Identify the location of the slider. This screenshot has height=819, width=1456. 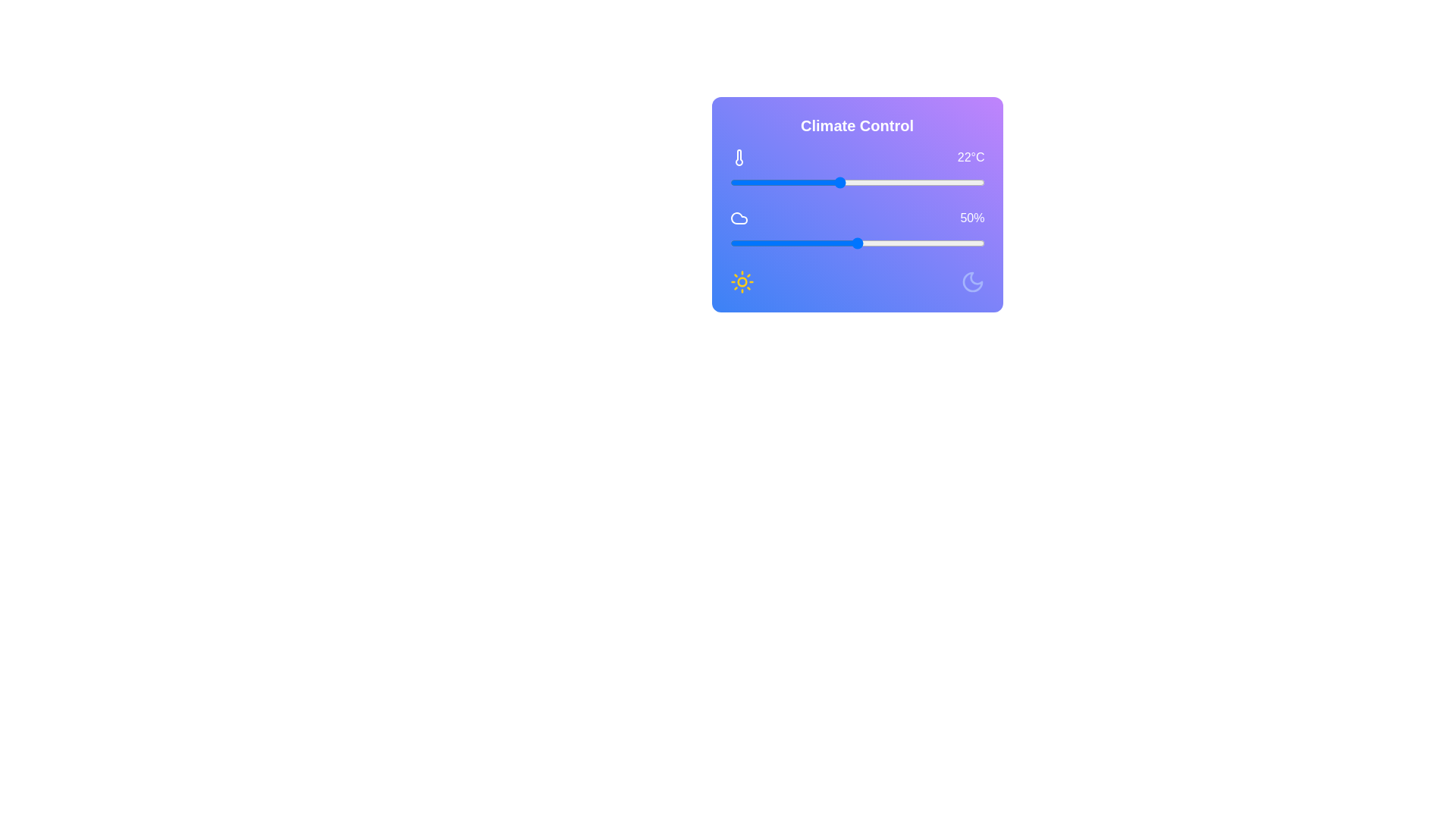
(875, 218).